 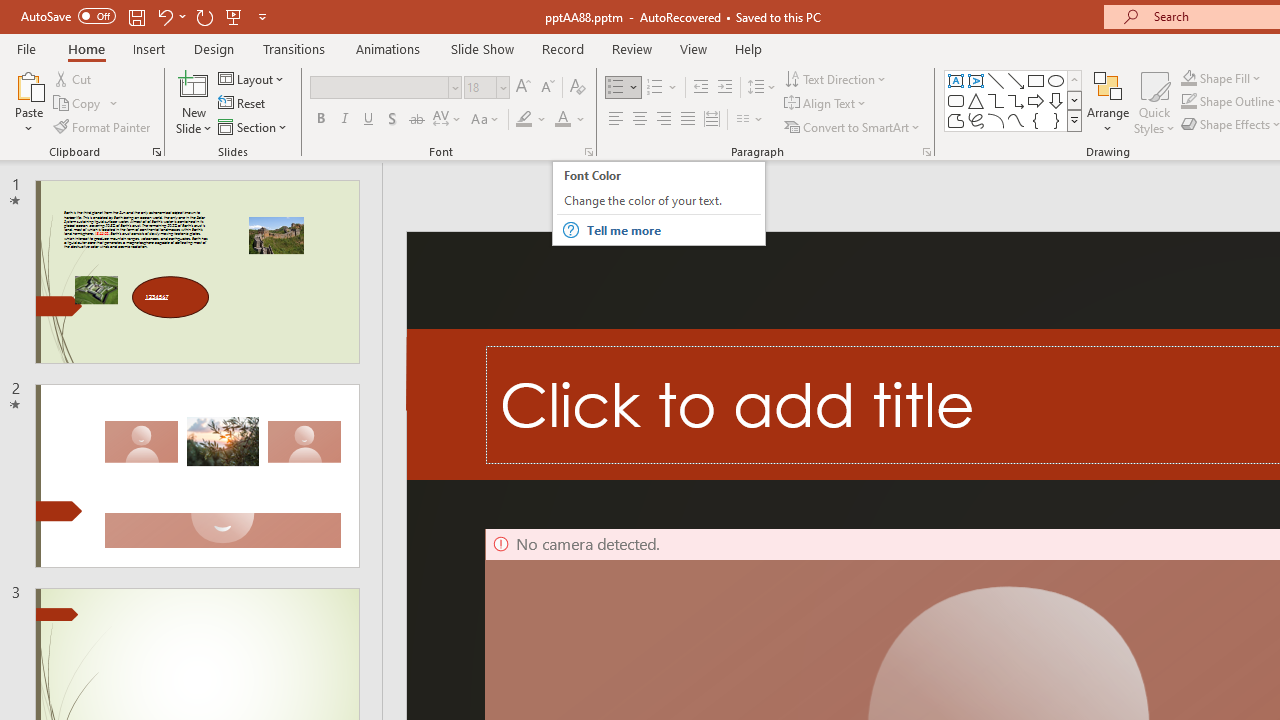 What do you see at coordinates (1189, 101) in the screenshot?
I see `'Shape Outline Teal, Accent 1'` at bounding box center [1189, 101].